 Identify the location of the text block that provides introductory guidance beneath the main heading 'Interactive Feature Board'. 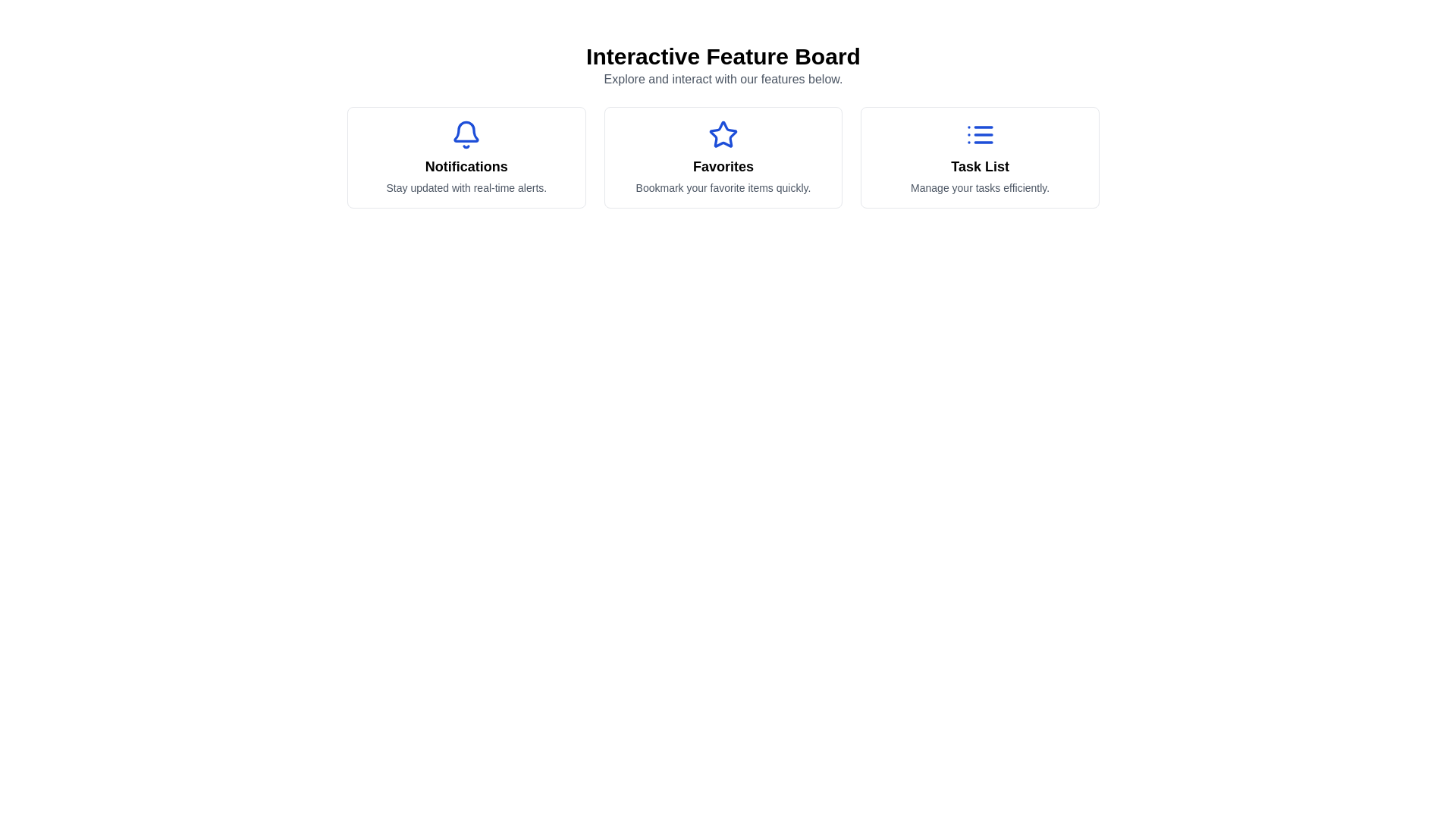
(723, 79).